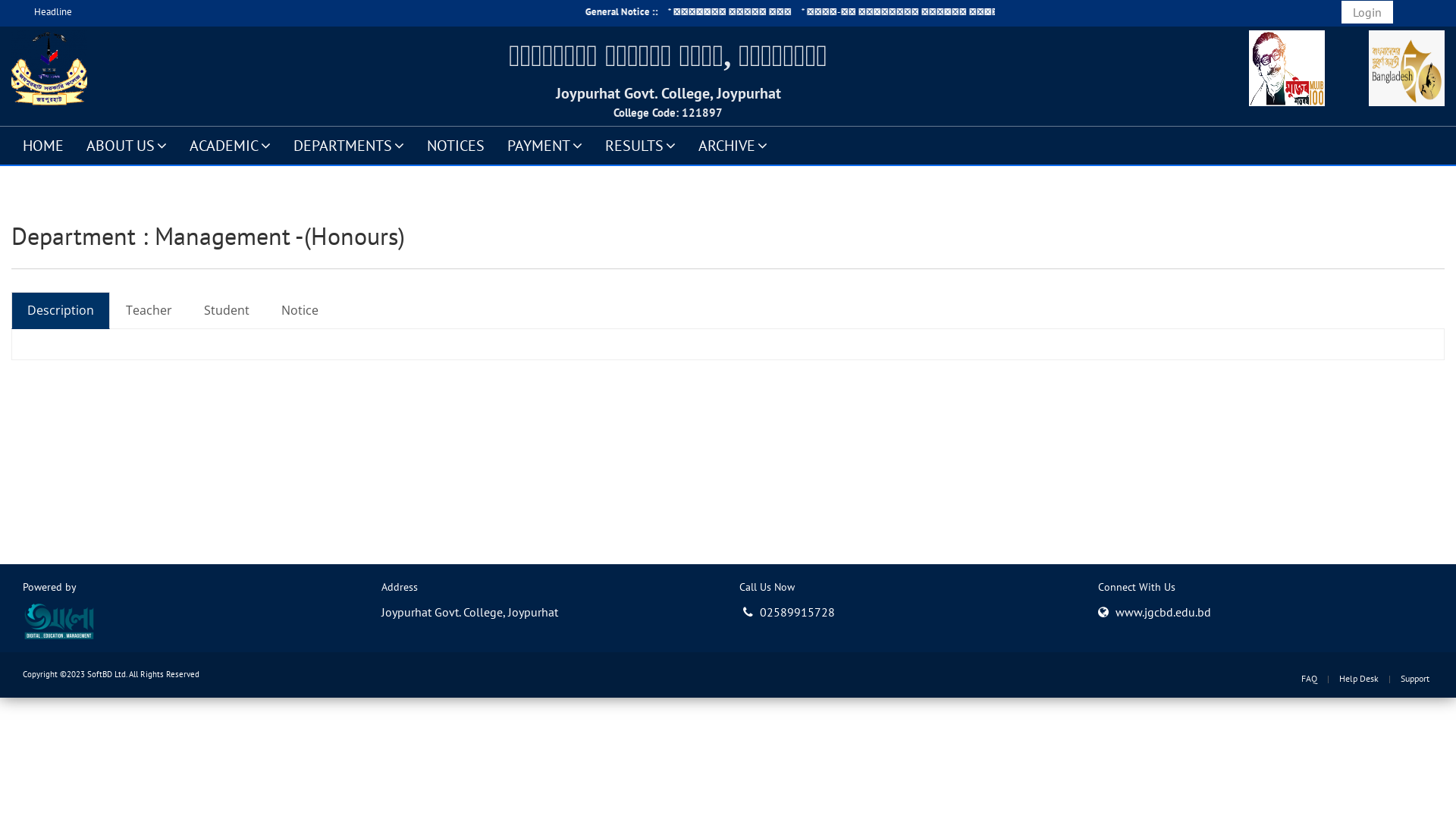 The width and height of the screenshot is (1456, 819). Describe the element at coordinates (1414, 676) in the screenshot. I see `'Support'` at that location.